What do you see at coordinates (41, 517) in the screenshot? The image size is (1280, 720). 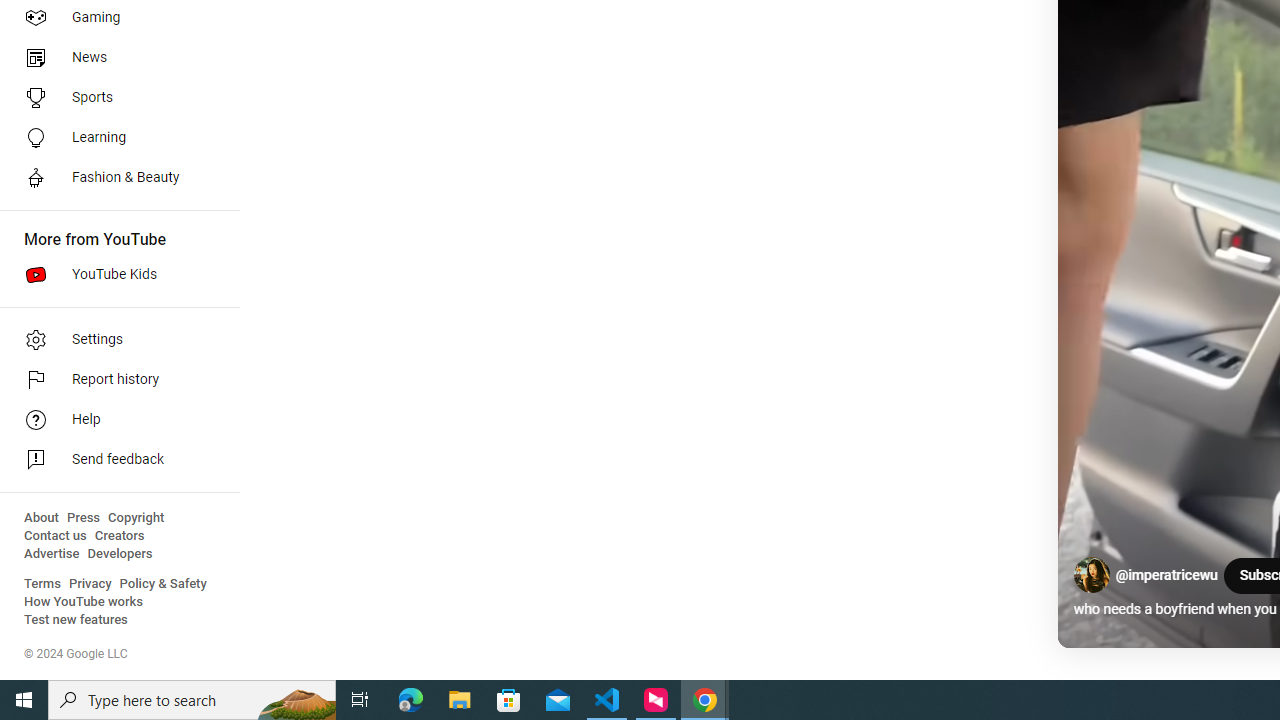 I see `'About'` at bounding box center [41, 517].